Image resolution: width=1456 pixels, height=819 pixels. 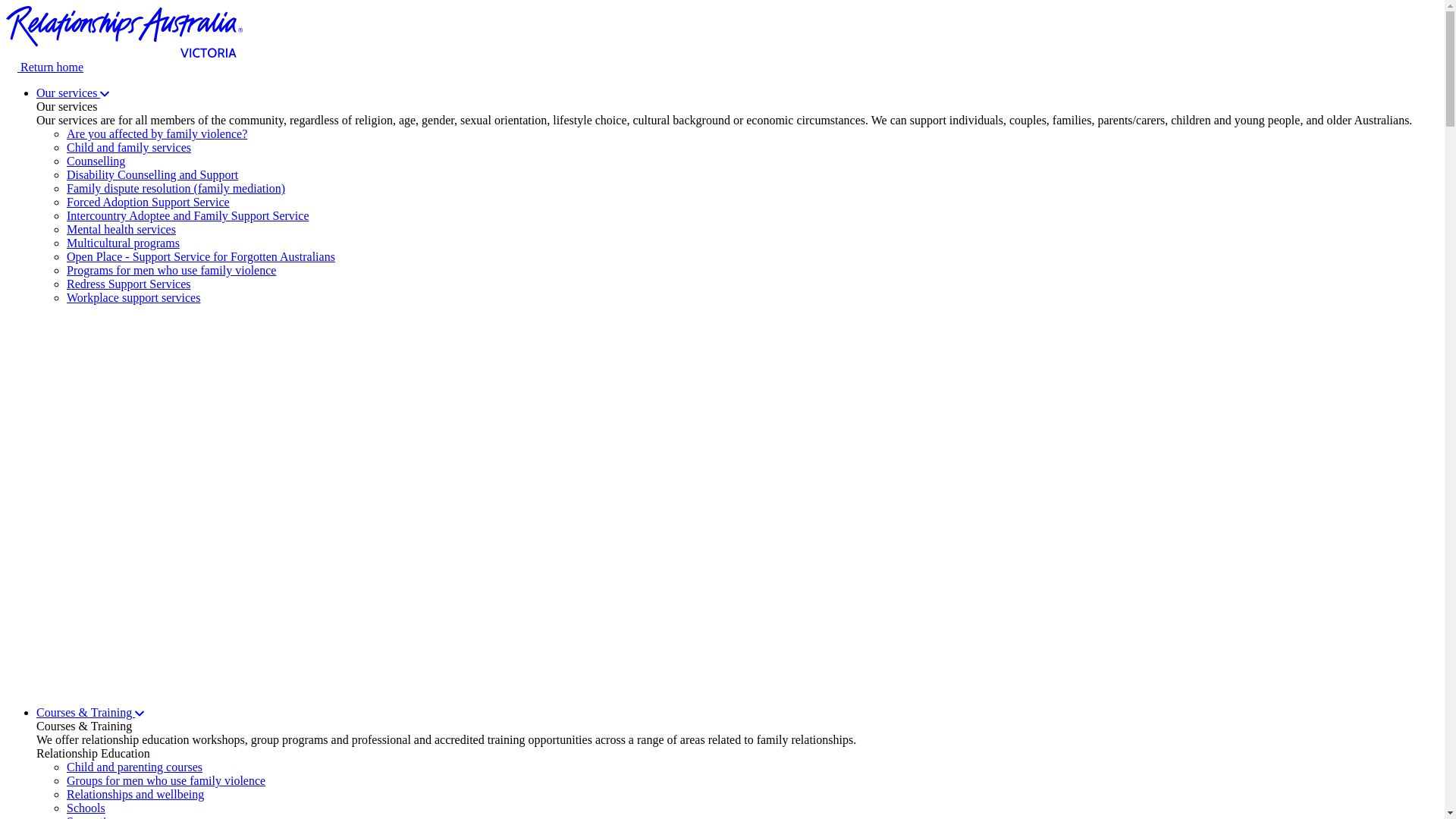 I want to click on 'Groups for men who use family violence', so click(x=166, y=780).